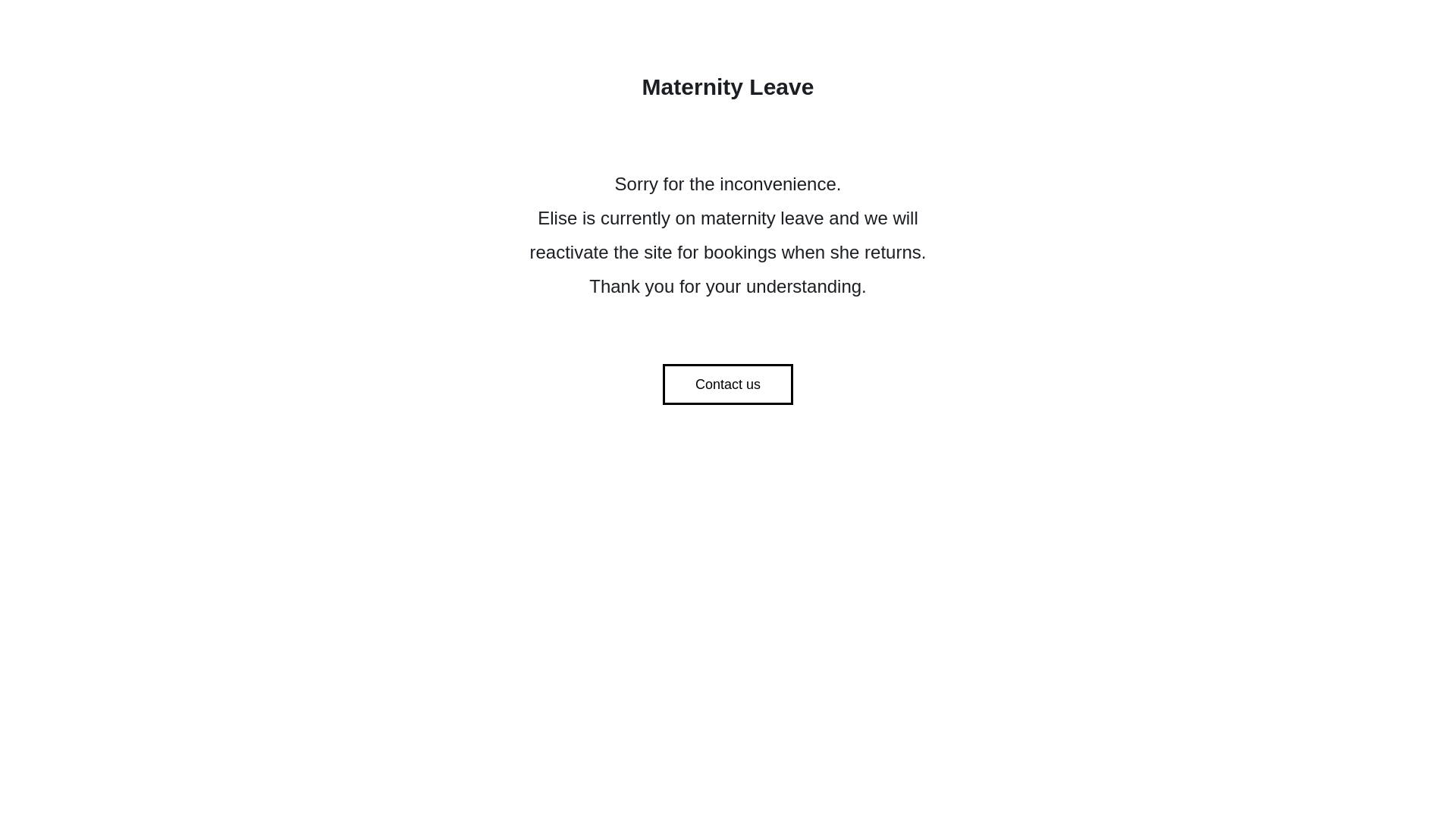  I want to click on 'Contact us', so click(728, 383).